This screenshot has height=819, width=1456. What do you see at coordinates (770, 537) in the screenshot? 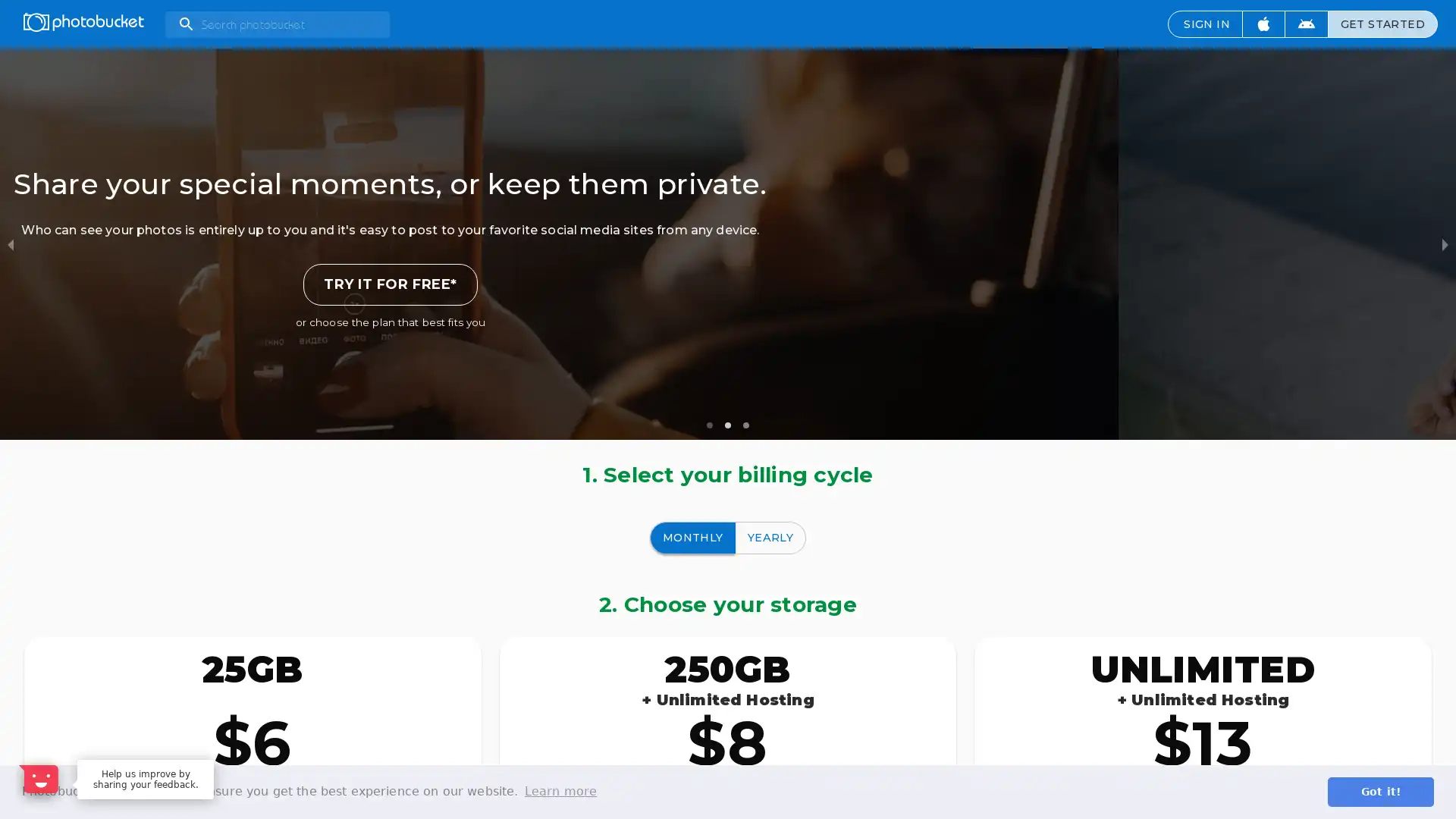
I see `YEARLY` at bounding box center [770, 537].